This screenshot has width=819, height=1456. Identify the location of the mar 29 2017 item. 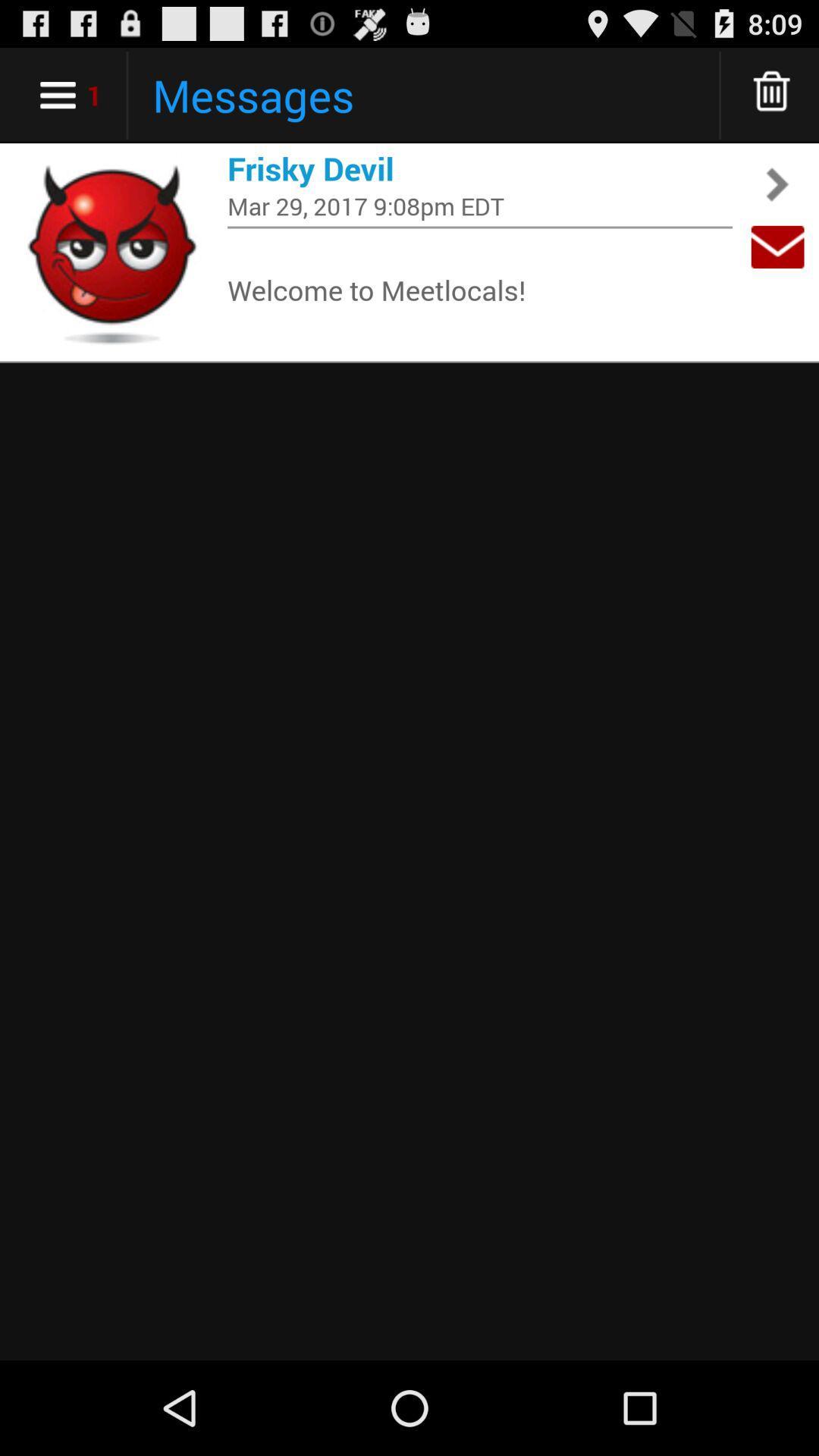
(479, 205).